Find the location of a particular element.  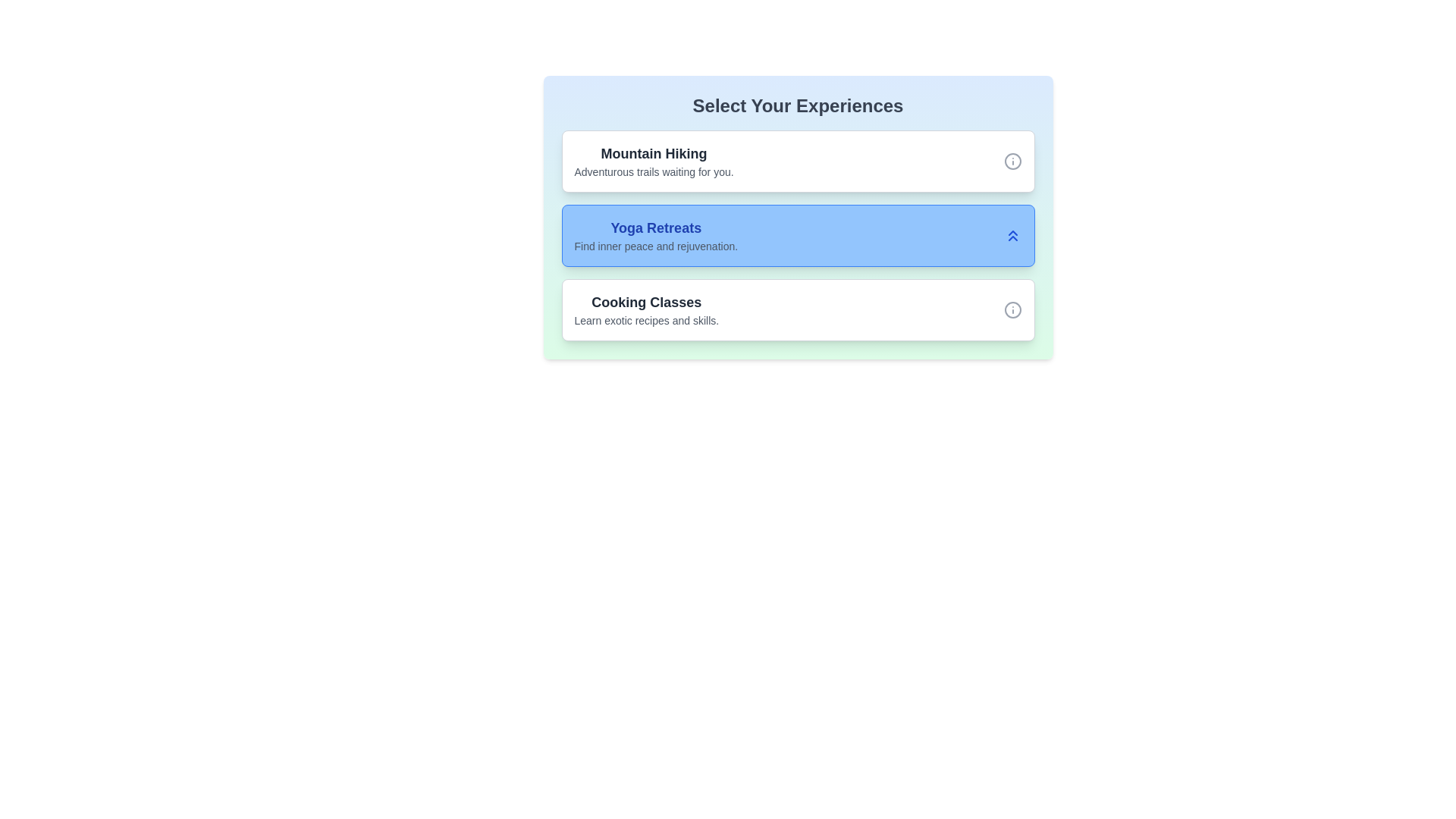

the info icon for the option Cooking Classes is located at coordinates (1012, 309).